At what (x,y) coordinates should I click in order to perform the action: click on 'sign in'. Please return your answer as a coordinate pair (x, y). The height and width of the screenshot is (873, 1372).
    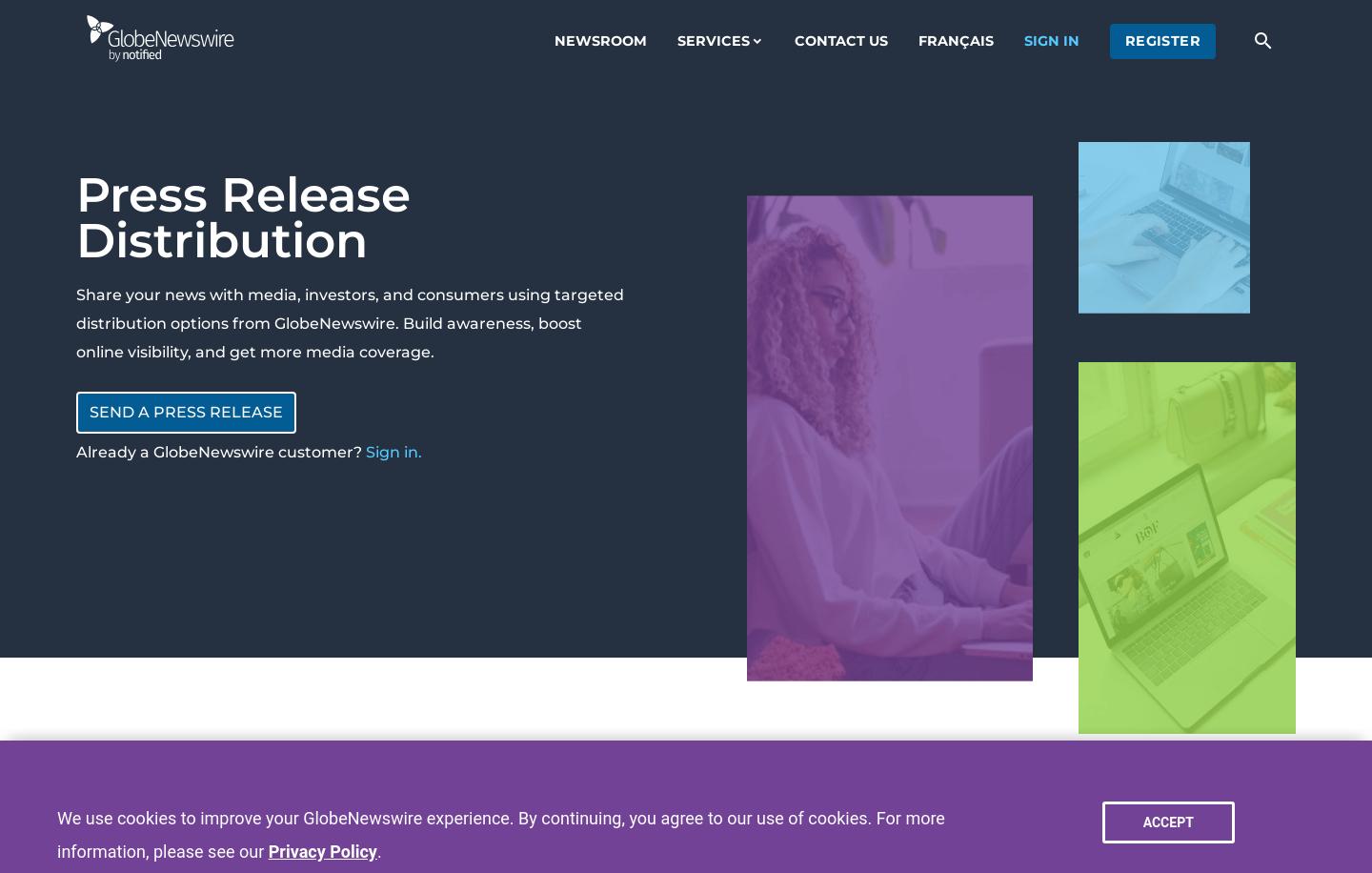
    Looking at the image, I should click on (1022, 40).